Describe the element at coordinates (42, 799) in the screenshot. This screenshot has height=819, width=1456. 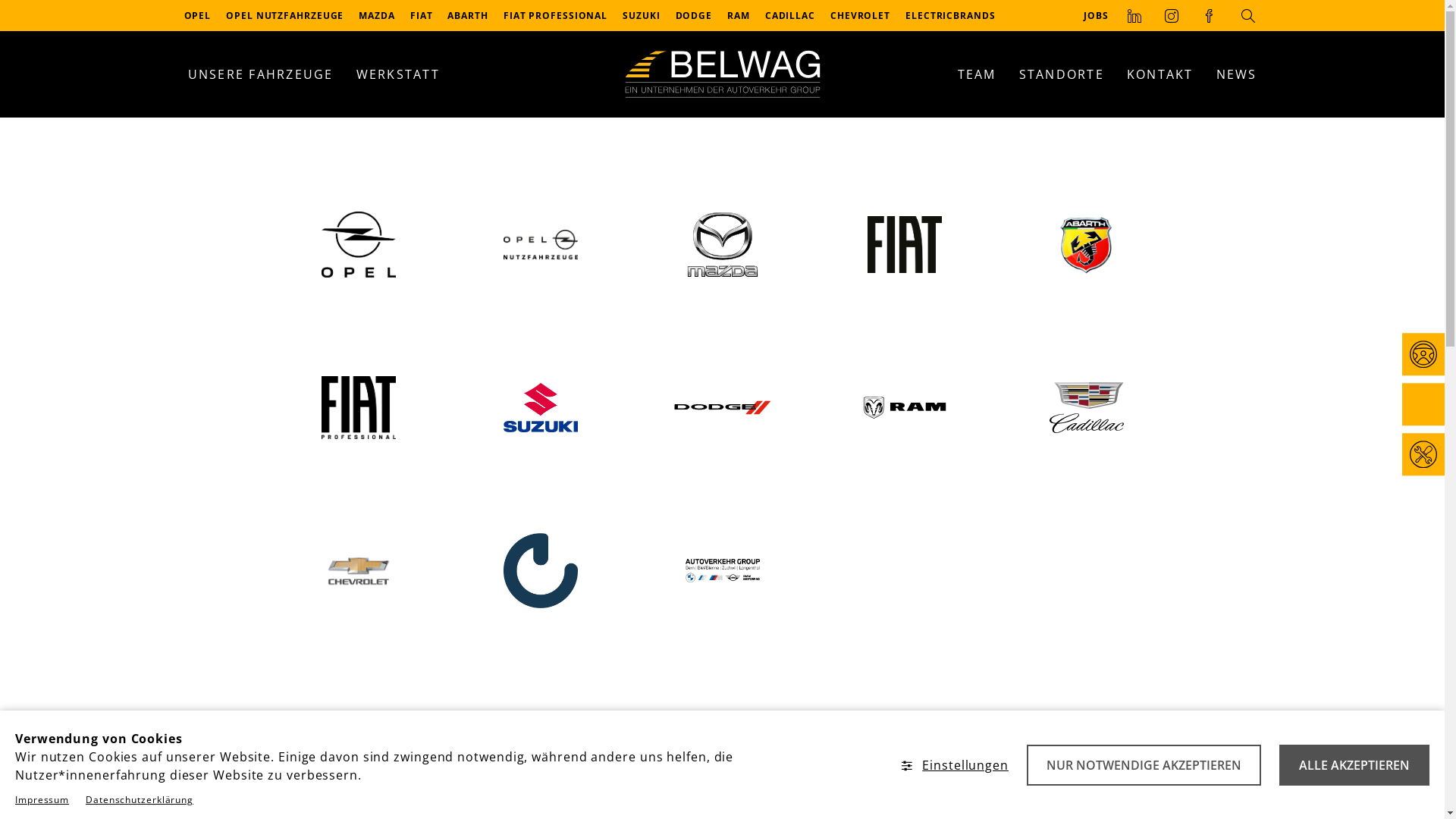
I see `'Impressum'` at that location.